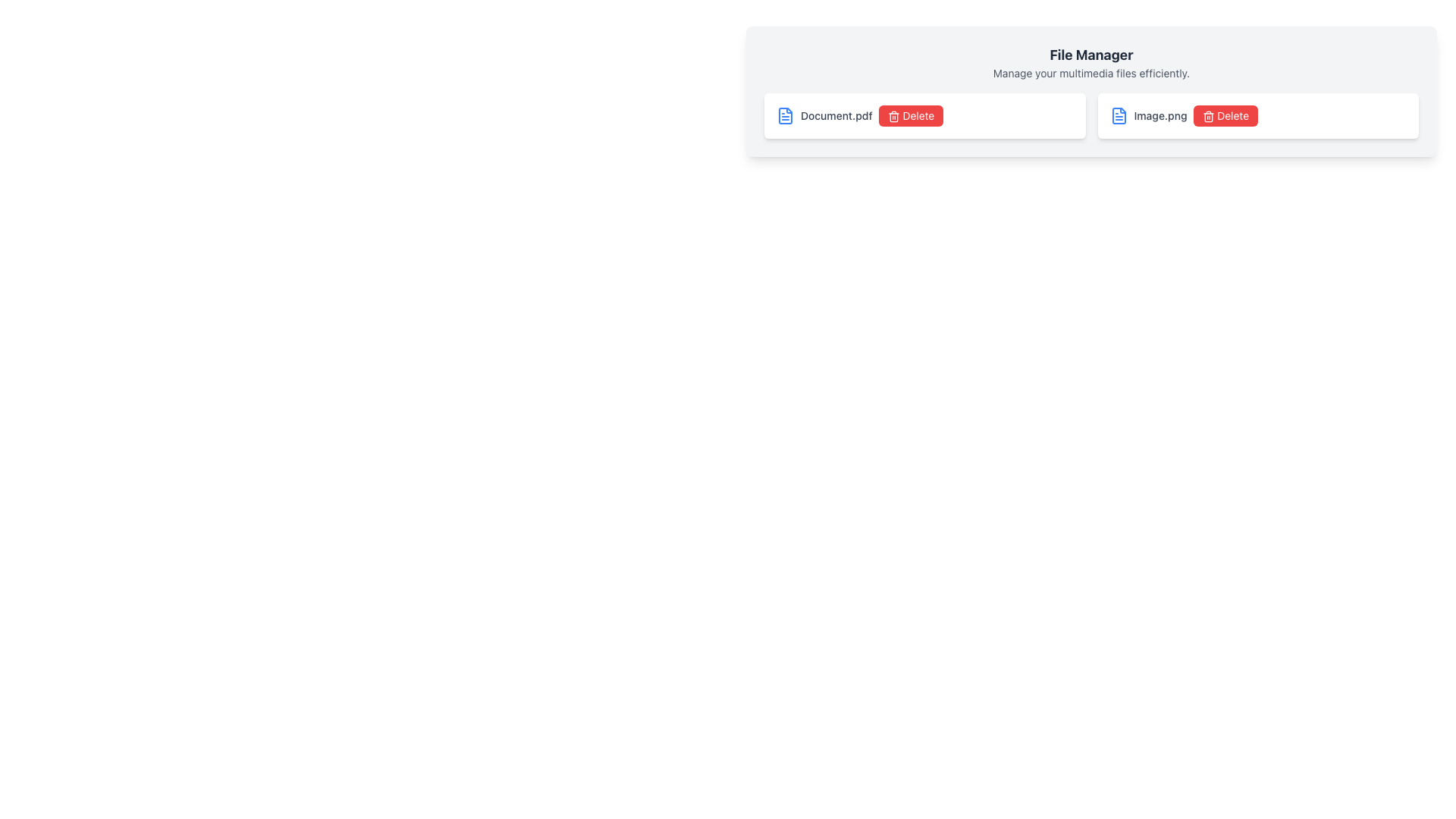 The image size is (1456, 819). Describe the element at coordinates (786, 115) in the screenshot. I see `the icon representing the file 'Document.pdf', which is positioned to the left of the text 'Document.pdf'` at that location.